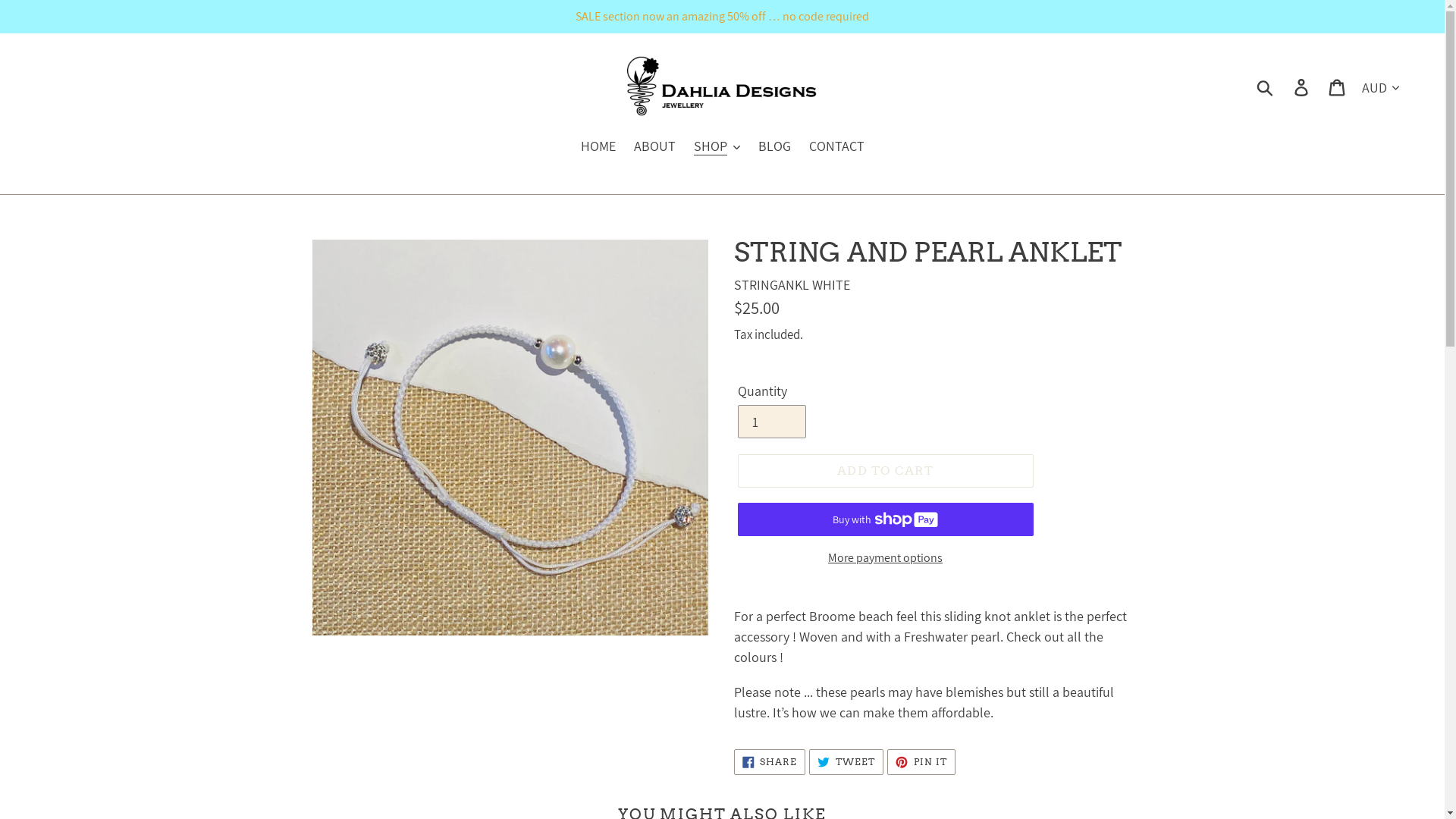 This screenshot has width=1456, height=819. I want to click on 'BLOG', so click(774, 146).